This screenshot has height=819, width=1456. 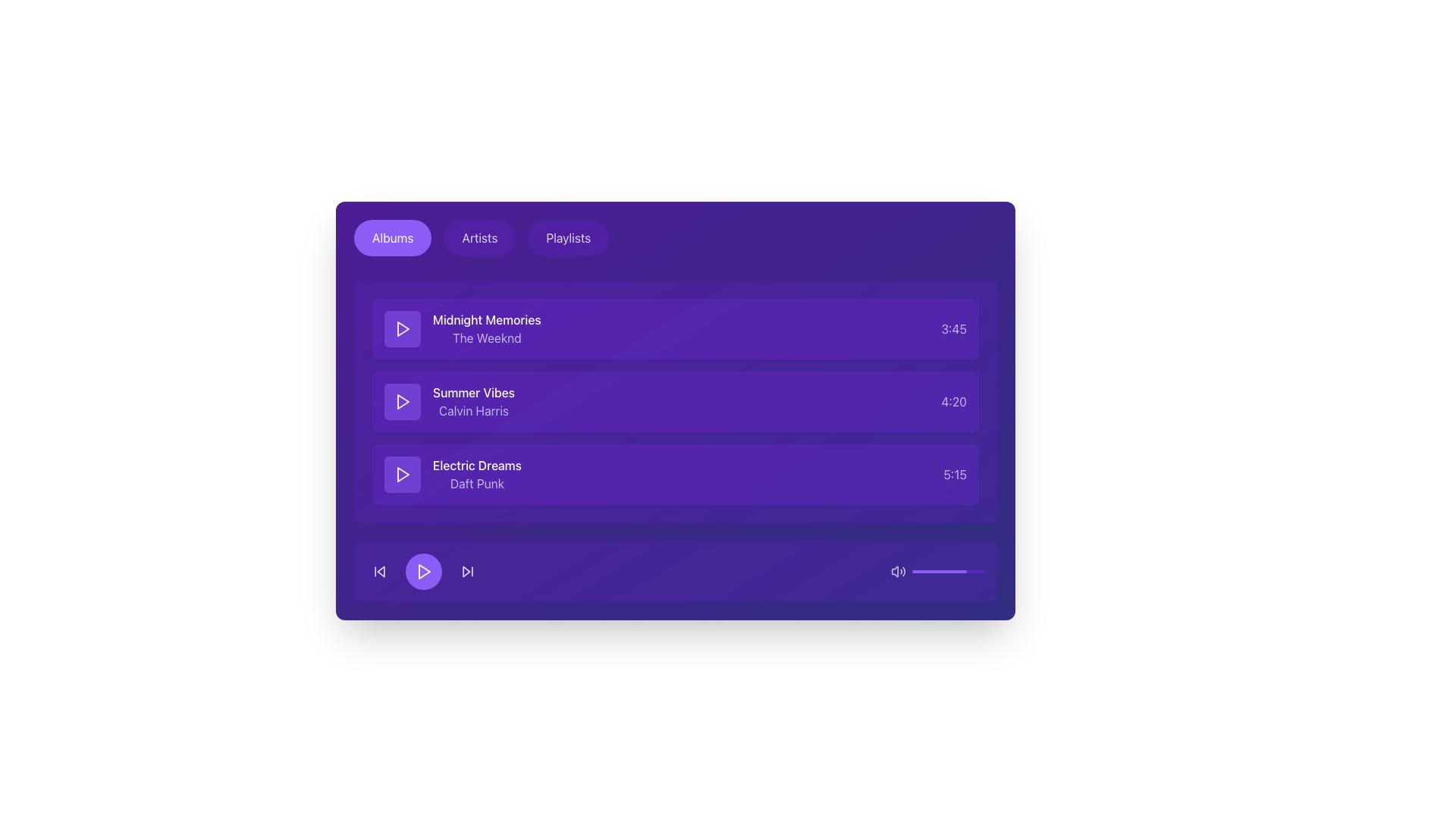 What do you see at coordinates (452, 473) in the screenshot?
I see `the third list item labeled 'Electric Dreams' which features bold white text on a purple background` at bounding box center [452, 473].